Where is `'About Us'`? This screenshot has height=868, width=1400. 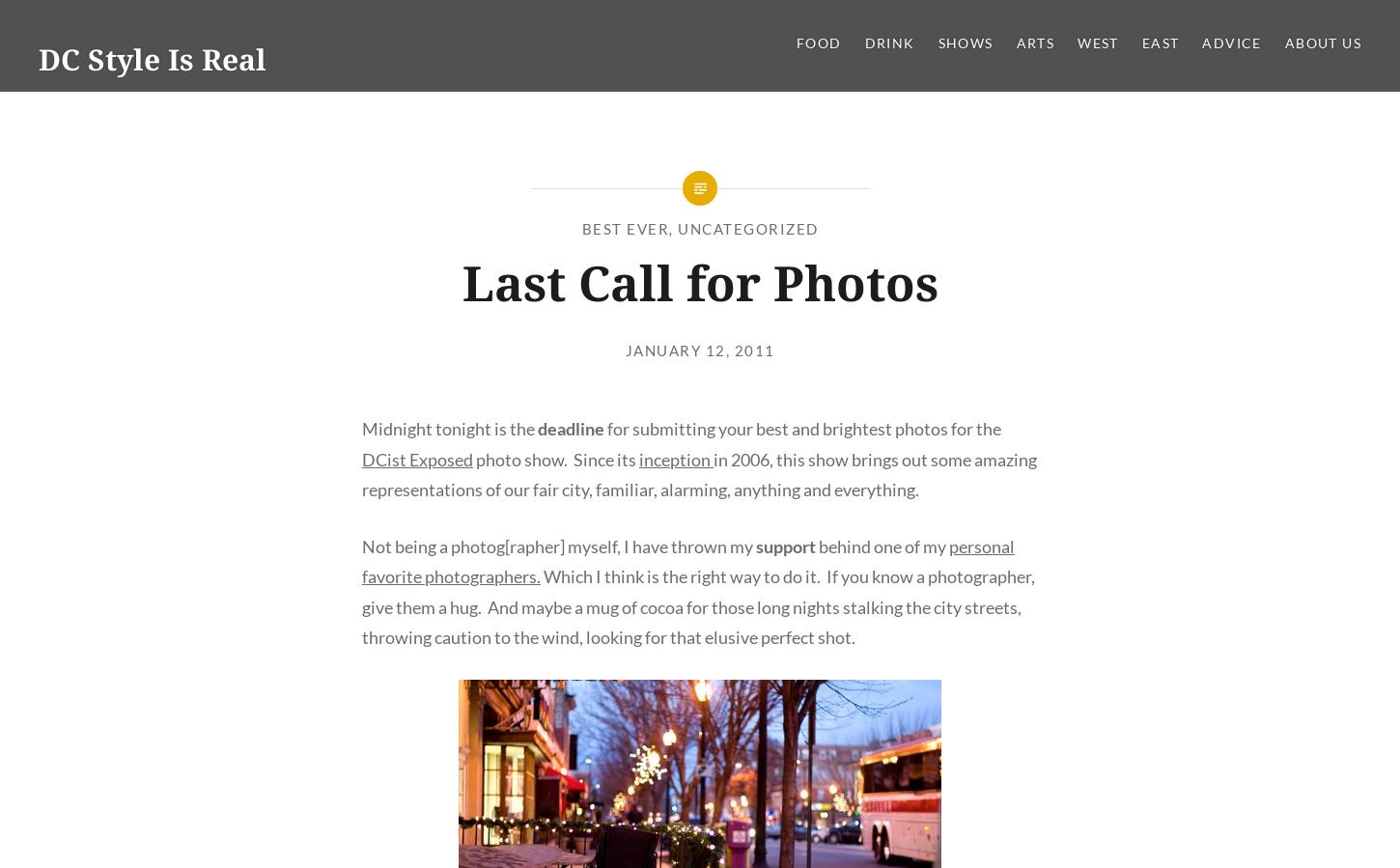 'About Us' is located at coordinates (1321, 42).